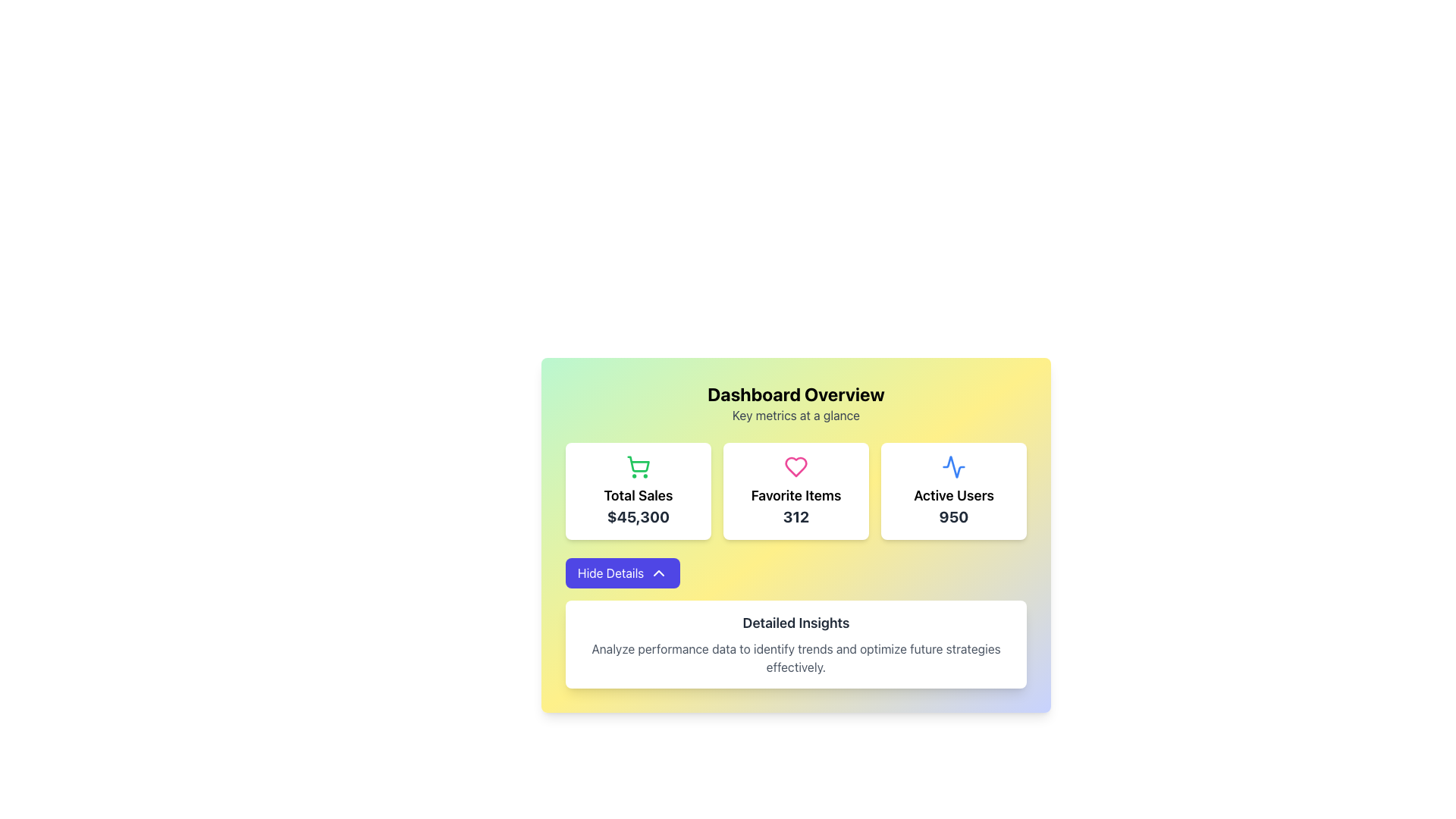 The height and width of the screenshot is (819, 1456). Describe the element at coordinates (952, 516) in the screenshot. I see `the Text Display element showing the number '950', which is styled in dark gray and located within a white card box labeled 'Active Users'` at that location.